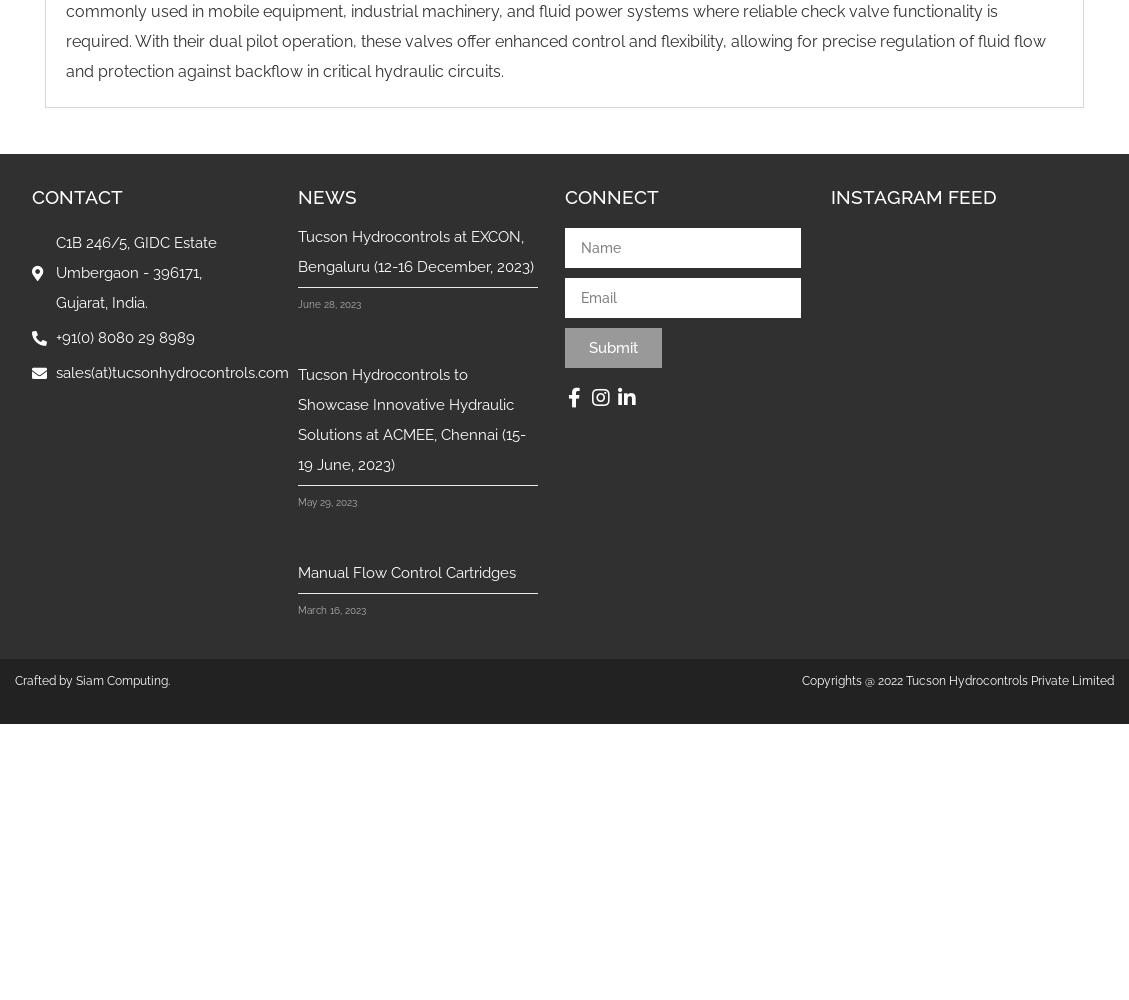 This screenshot has width=1129, height=1000. What do you see at coordinates (77, 195) in the screenshot?
I see `'CONTACT'` at bounding box center [77, 195].